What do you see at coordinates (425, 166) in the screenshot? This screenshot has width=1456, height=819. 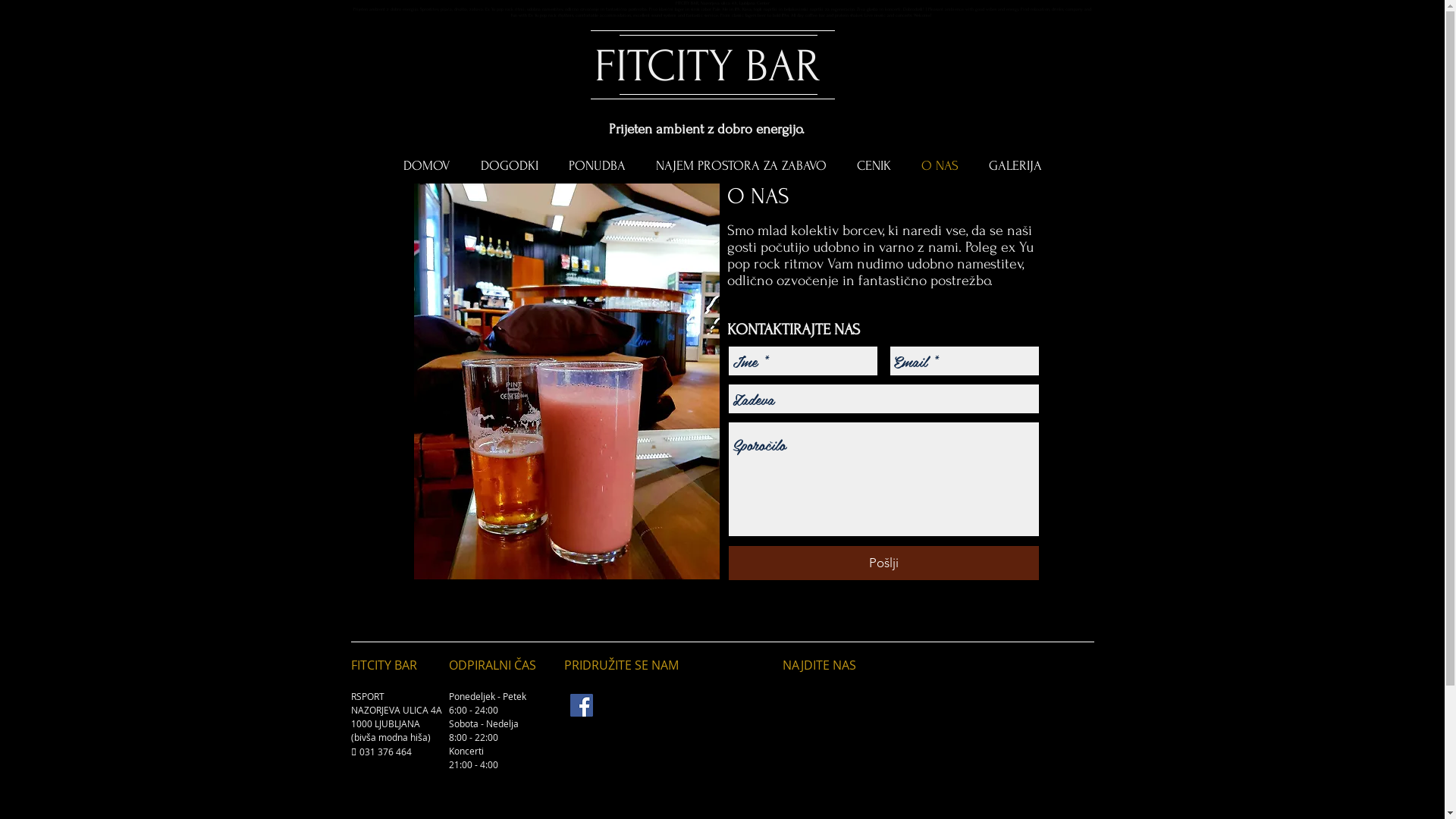 I see `'DOMOV'` at bounding box center [425, 166].